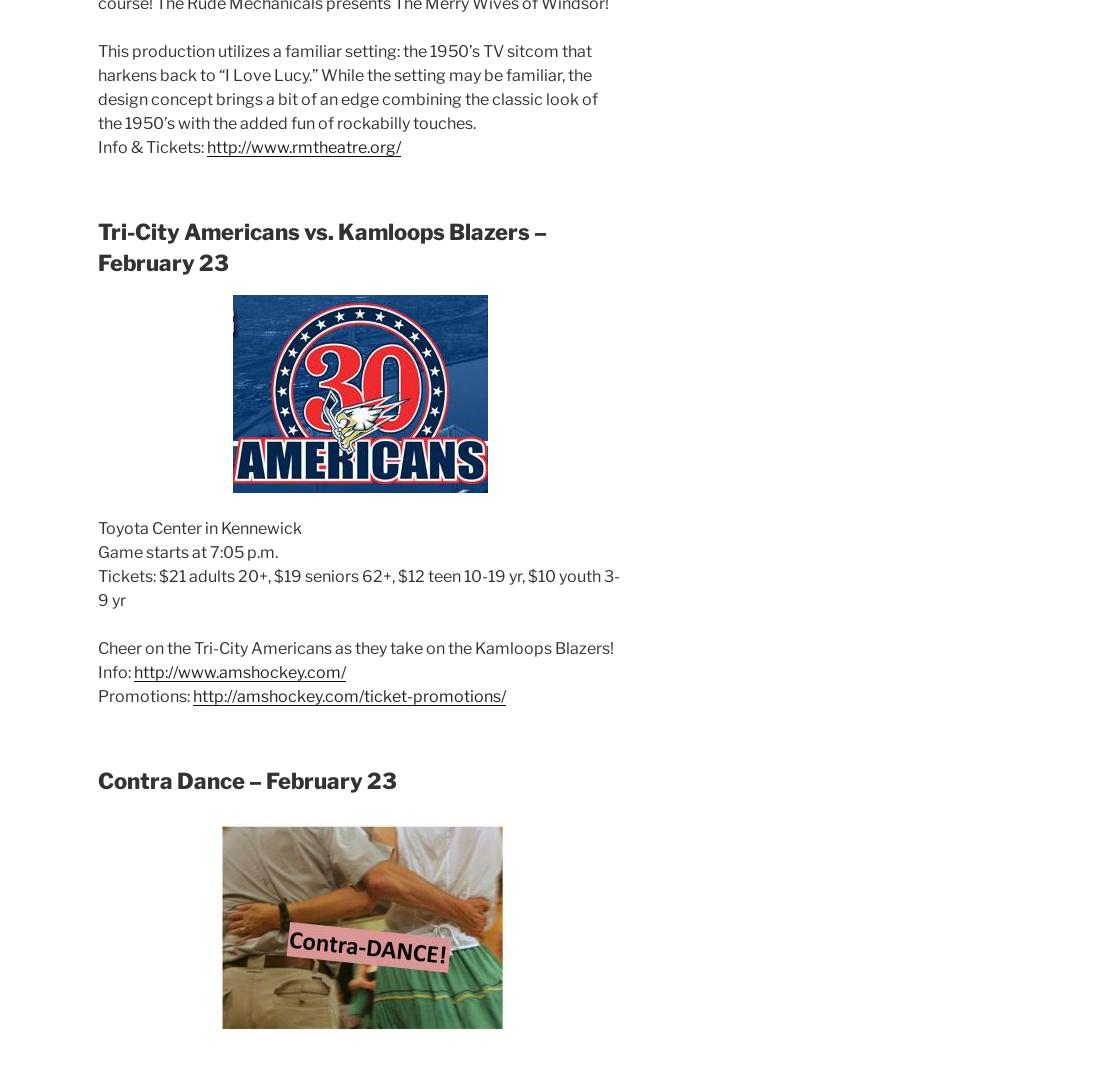  What do you see at coordinates (240, 671) in the screenshot?
I see `'http://www.amshockey.com/'` at bounding box center [240, 671].